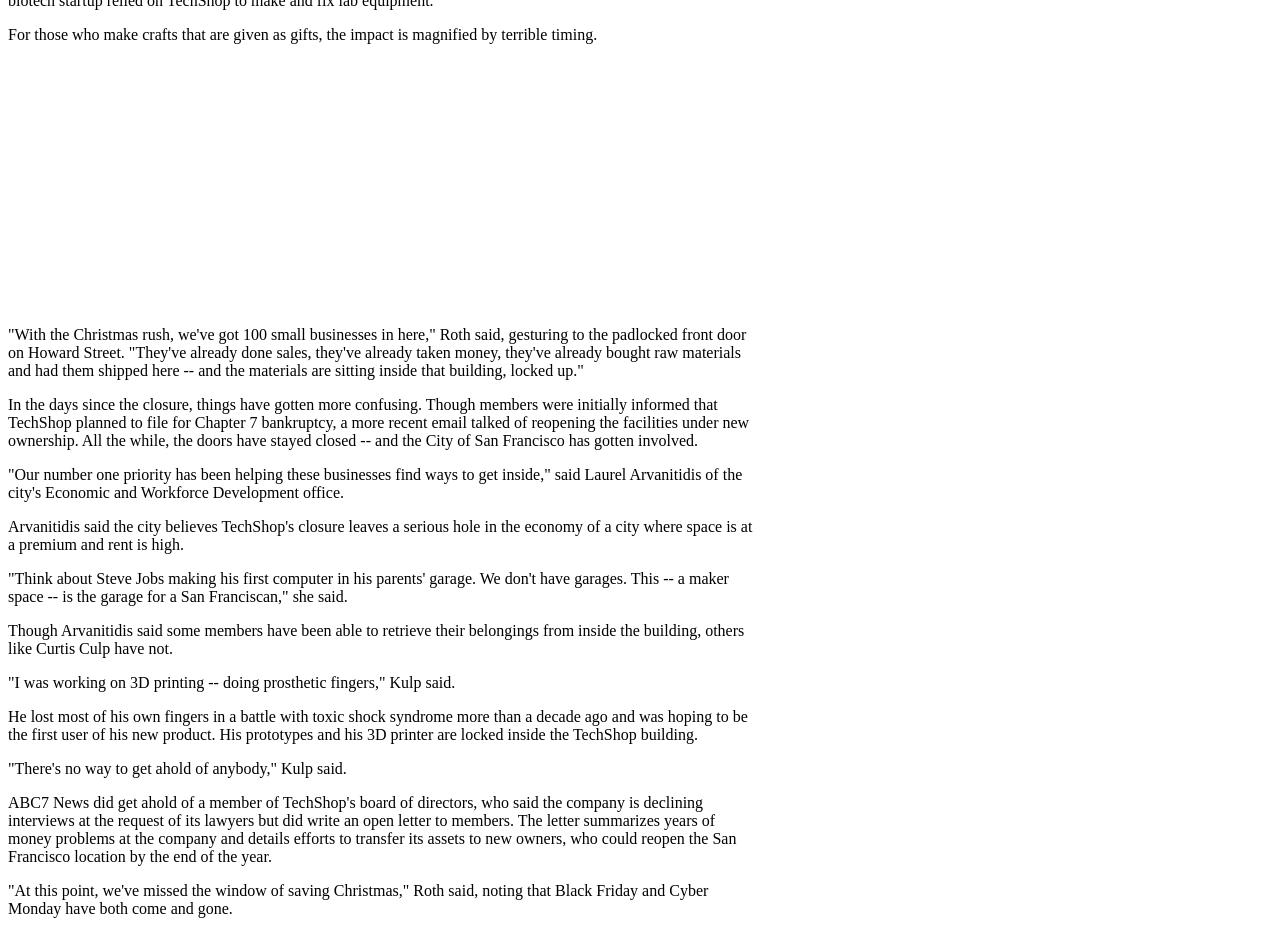 The image size is (1288, 928). What do you see at coordinates (367, 587) in the screenshot?
I see `'"Think about Steve Jobs making his first computer in his parents' garage. We don't have garages. This -- a maker space -- is the garage for a San Franciscan," she said.'` at bounding box center [367, 587].